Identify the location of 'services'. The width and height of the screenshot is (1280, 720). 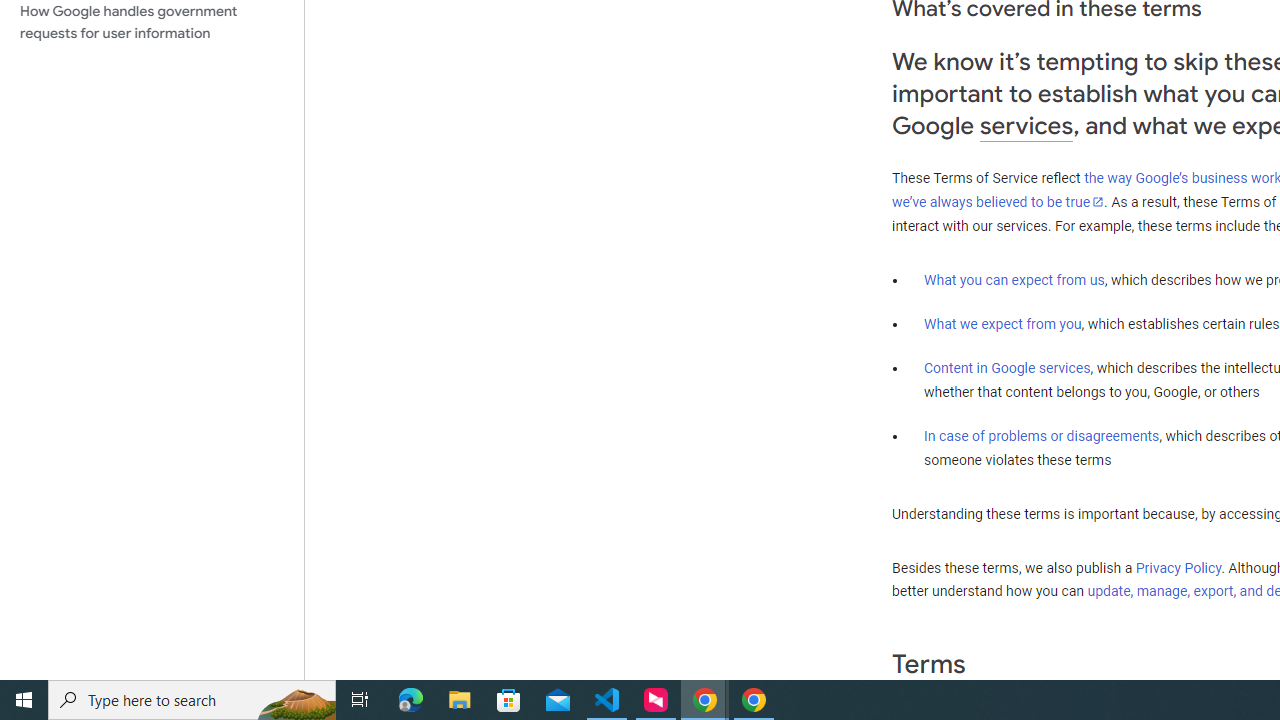
(1026, 125).